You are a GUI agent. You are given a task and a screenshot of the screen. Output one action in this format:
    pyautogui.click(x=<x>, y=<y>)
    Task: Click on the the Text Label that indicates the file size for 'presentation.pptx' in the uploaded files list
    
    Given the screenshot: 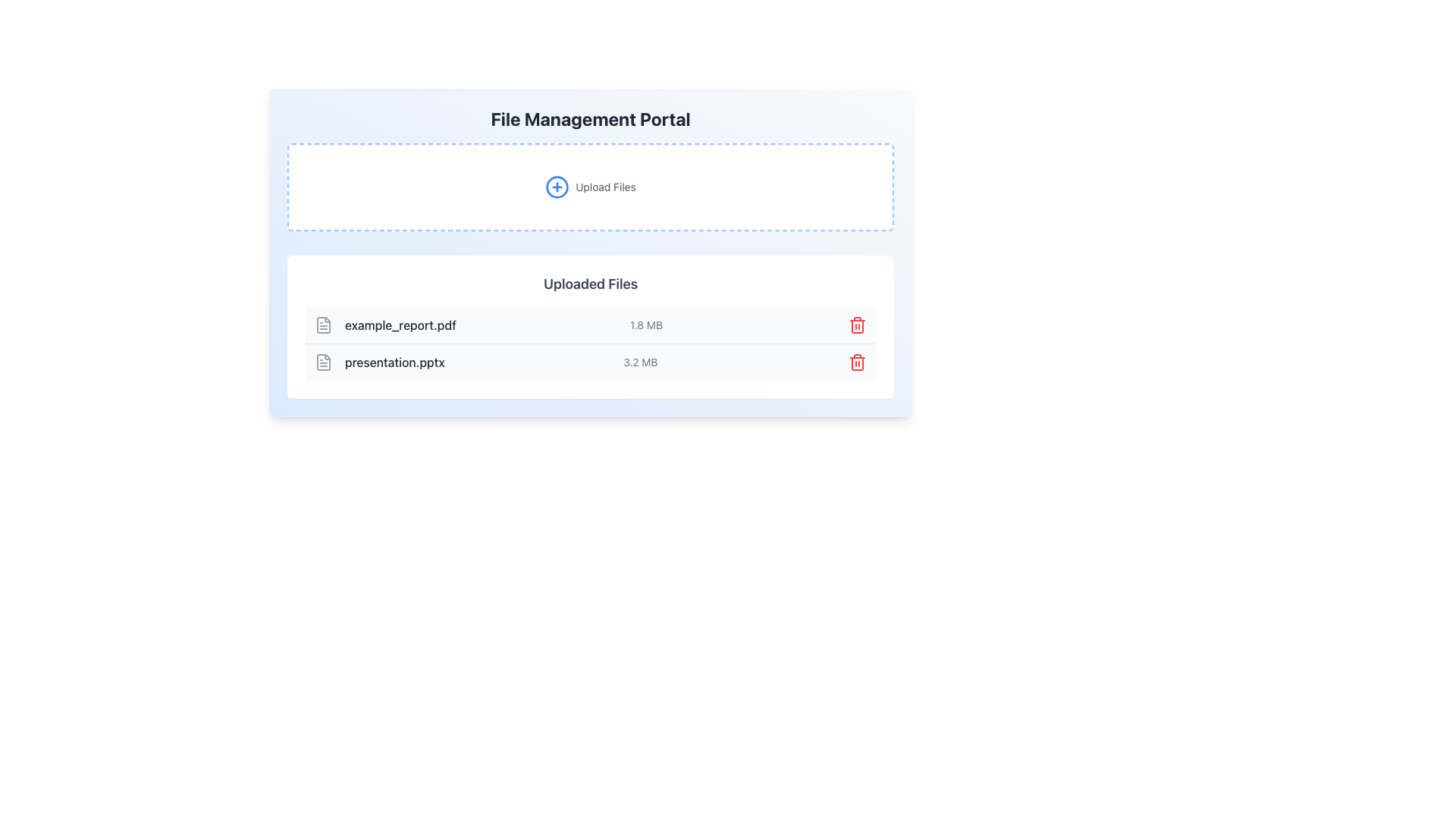 What is the action you would take?
    pyautogui.click(x=640, y=362)
    